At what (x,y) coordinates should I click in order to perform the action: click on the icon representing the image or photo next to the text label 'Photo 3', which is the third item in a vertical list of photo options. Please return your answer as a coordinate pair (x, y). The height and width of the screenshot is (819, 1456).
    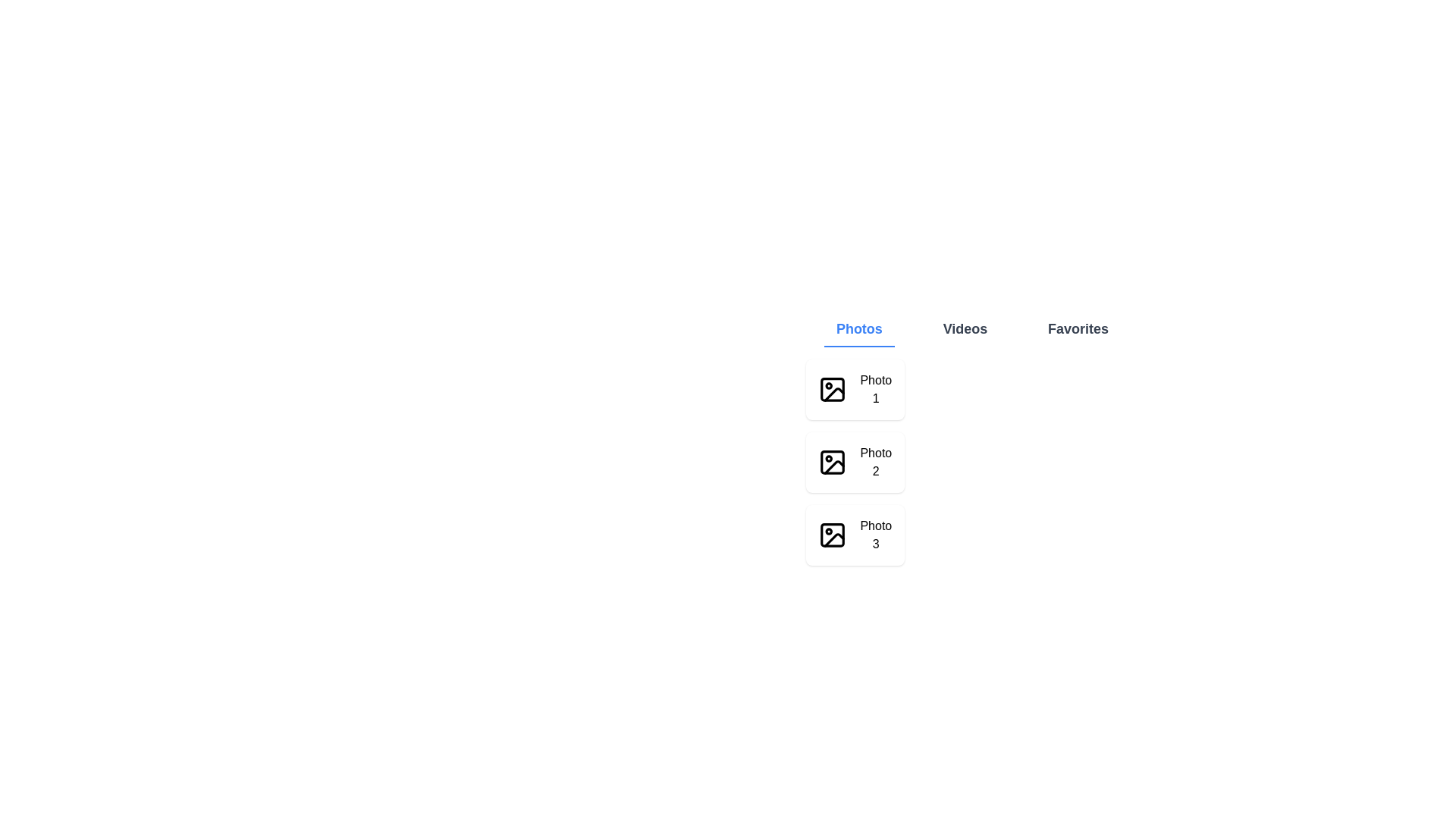
    Looking at the image, I should click on (832, 534).